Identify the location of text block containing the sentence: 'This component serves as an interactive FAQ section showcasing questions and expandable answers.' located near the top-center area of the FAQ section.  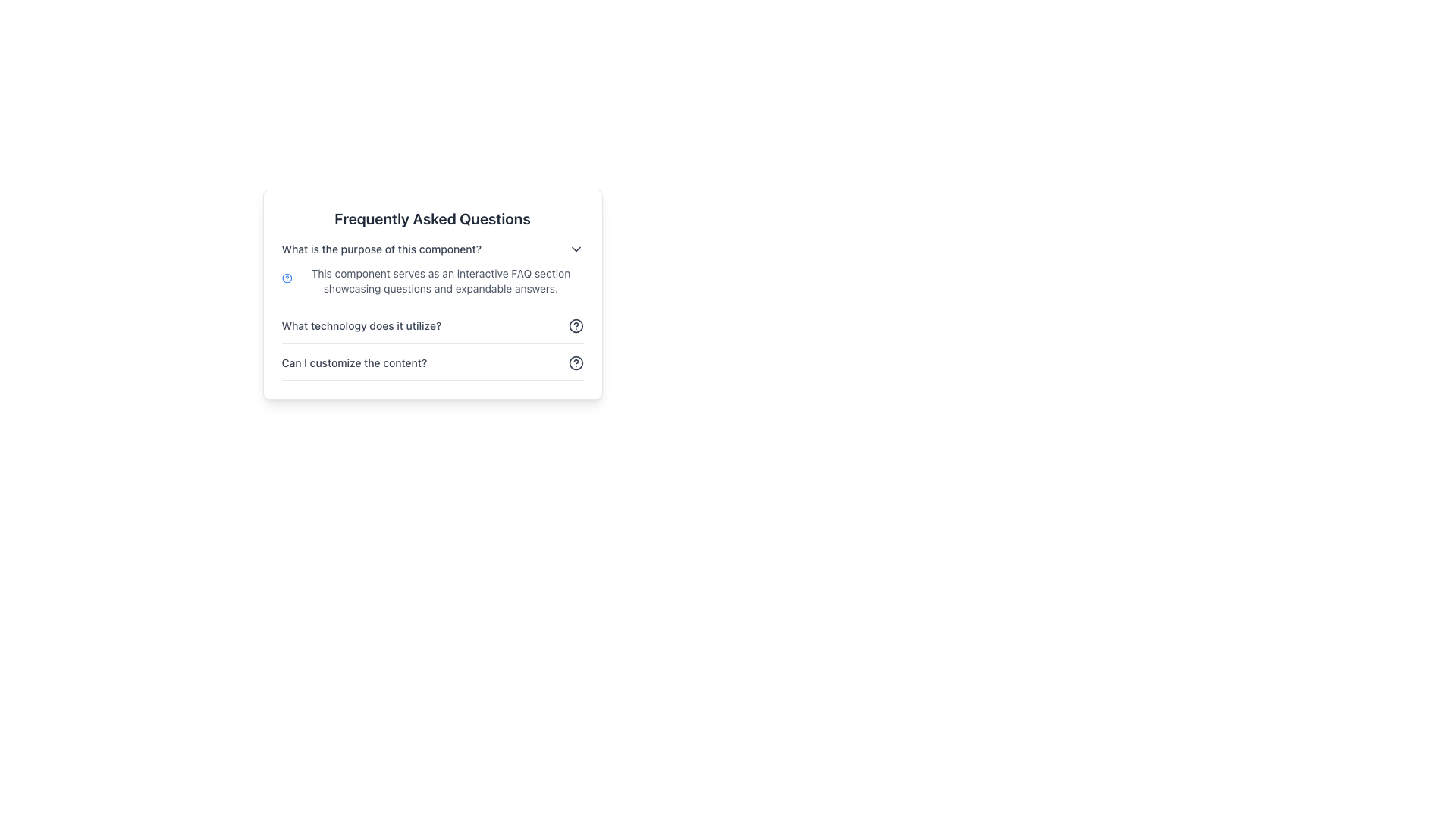
(440, 281).